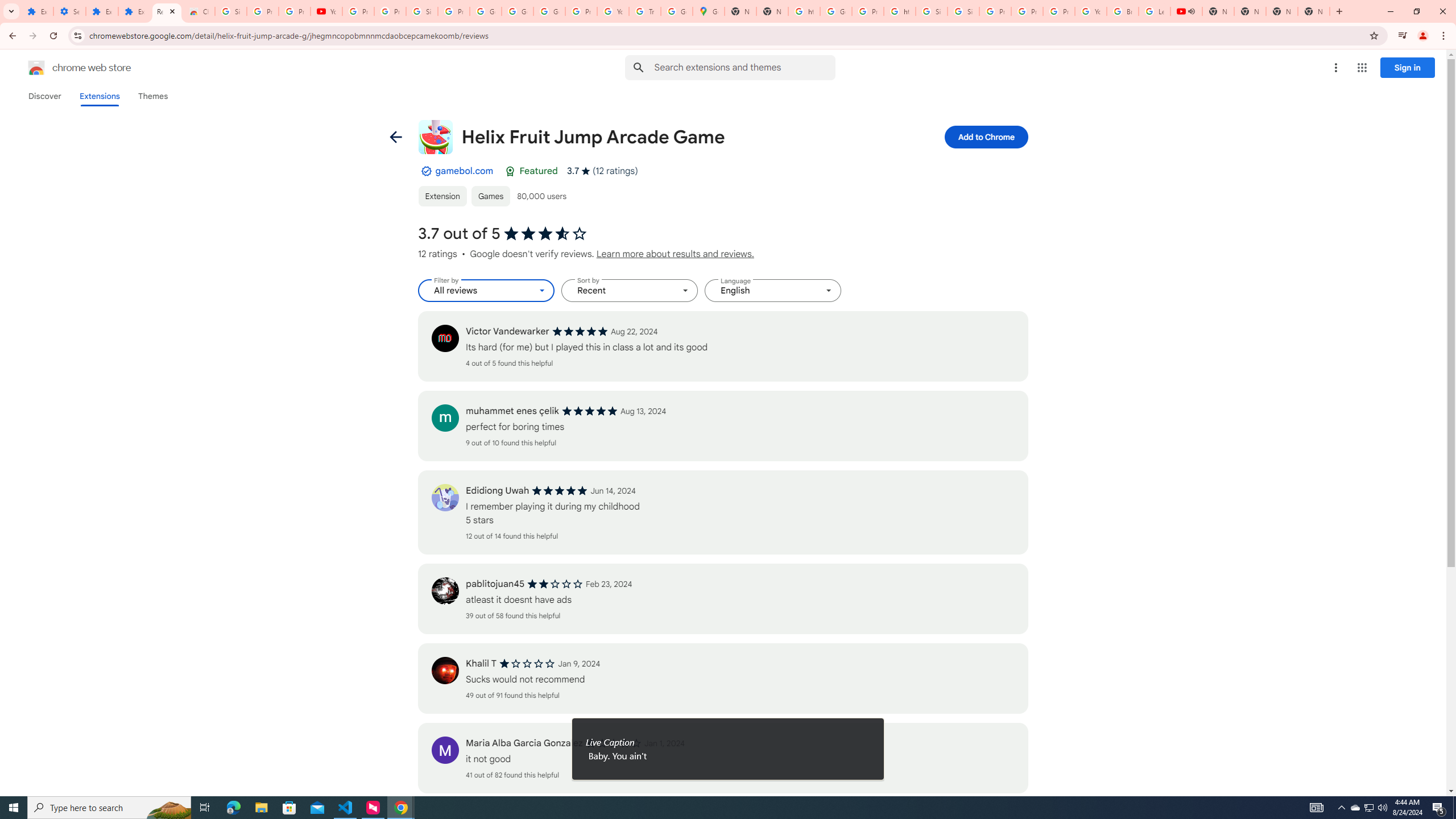 This screenshot has width=1456, height=819. I want to click on '2 out of 5 stars', so click(555, 584).